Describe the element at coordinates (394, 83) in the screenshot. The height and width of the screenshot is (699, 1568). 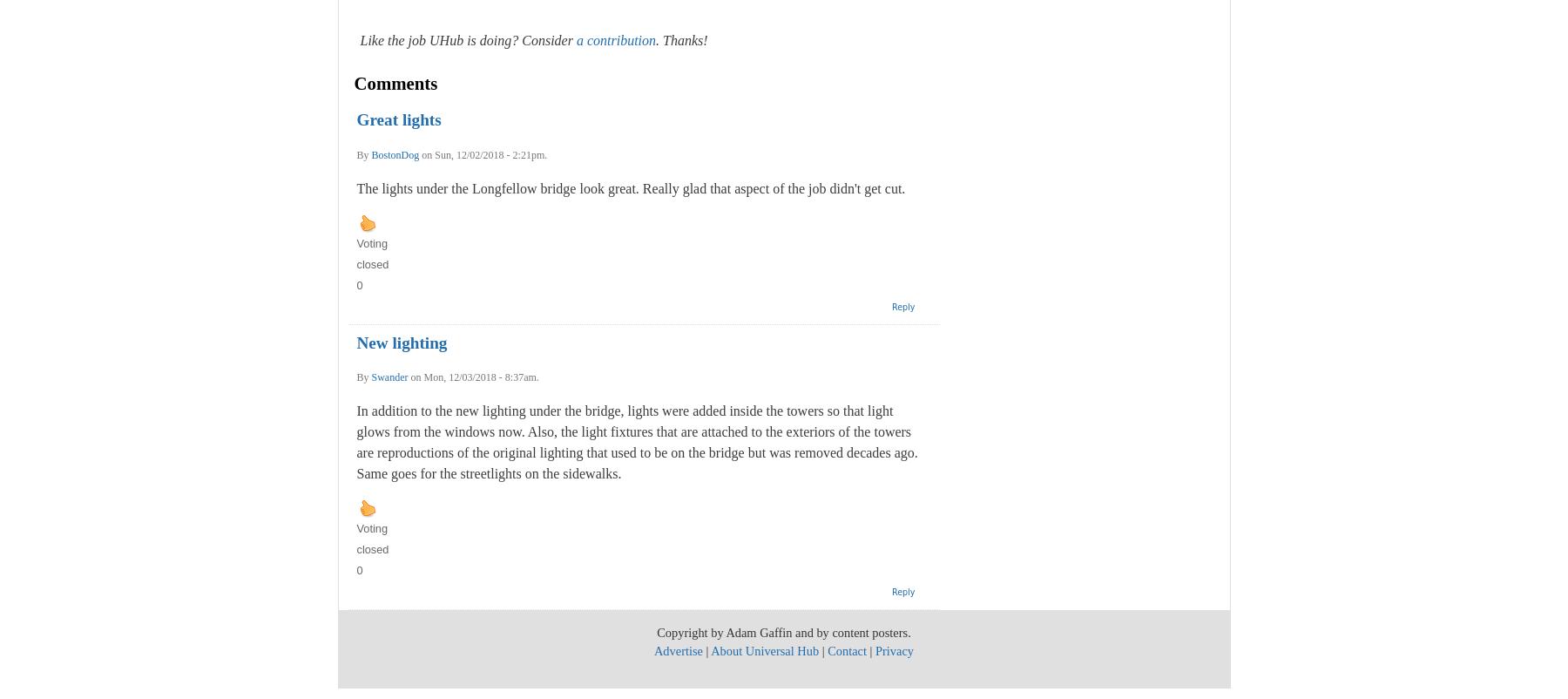
I see `'Comments'` at that location.